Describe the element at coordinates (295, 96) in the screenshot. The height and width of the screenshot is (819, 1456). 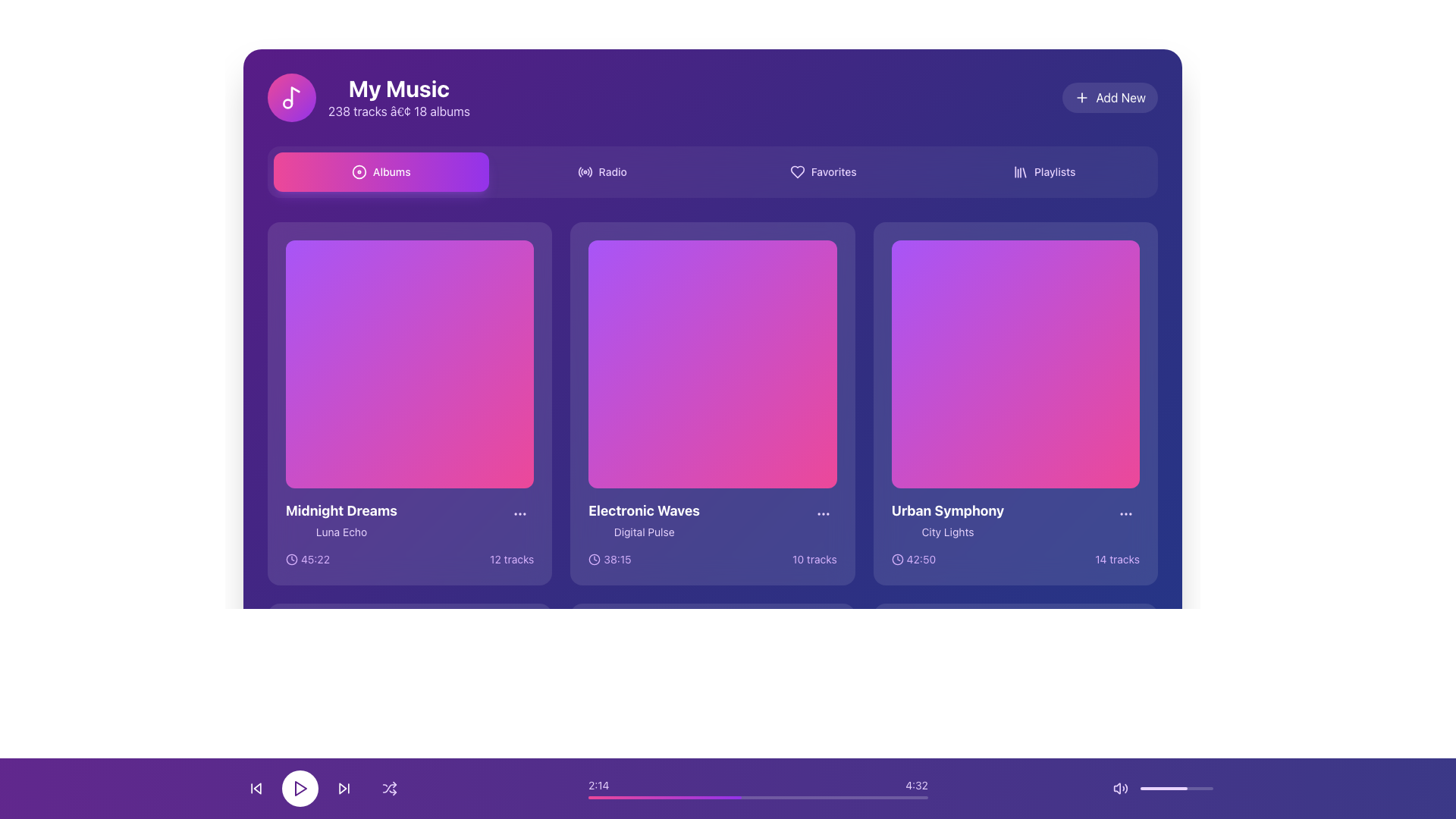
I see `the music-related SVG icon located at the top-left of the sidebar, adjacent to the 'My Music' header text` at that location.